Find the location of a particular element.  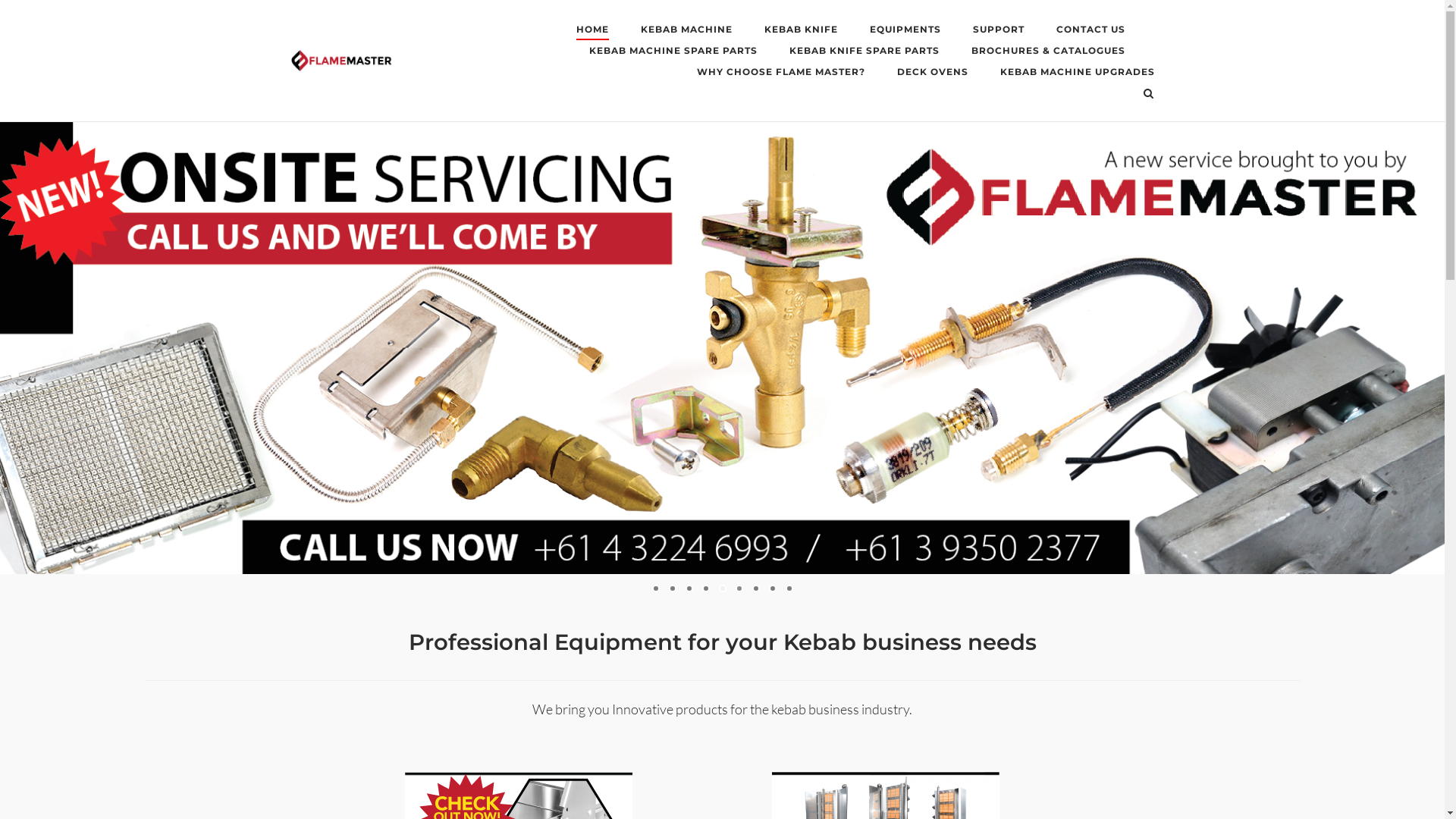

'KEBAB KNIFE' is located at coordinates (800, 32).